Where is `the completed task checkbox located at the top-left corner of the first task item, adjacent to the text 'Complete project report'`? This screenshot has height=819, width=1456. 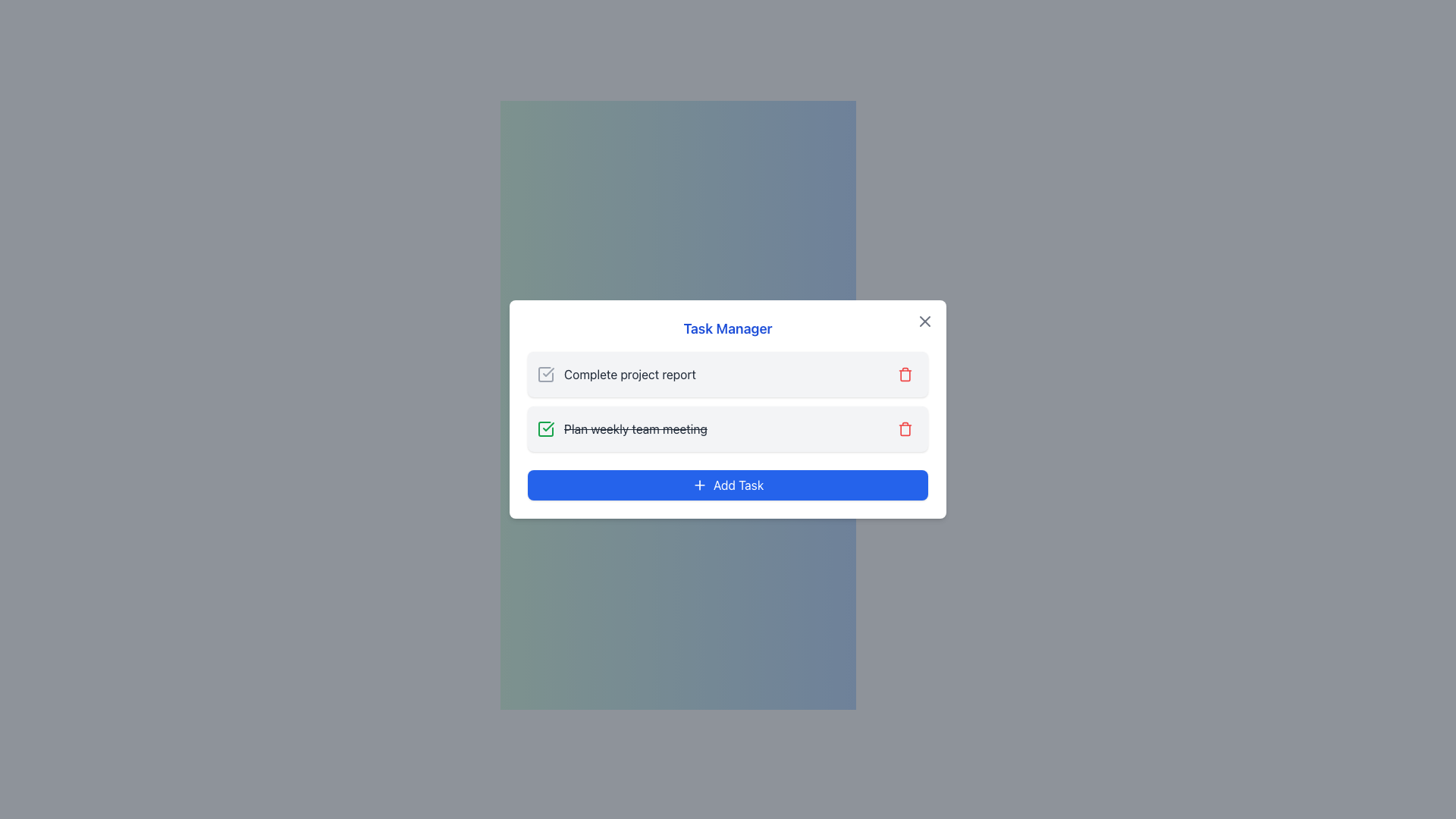 the completed task checkbox located at the top-left corner of the first task item, adjacent to the text 'Complete project report' is located at coordinates (546, 374).